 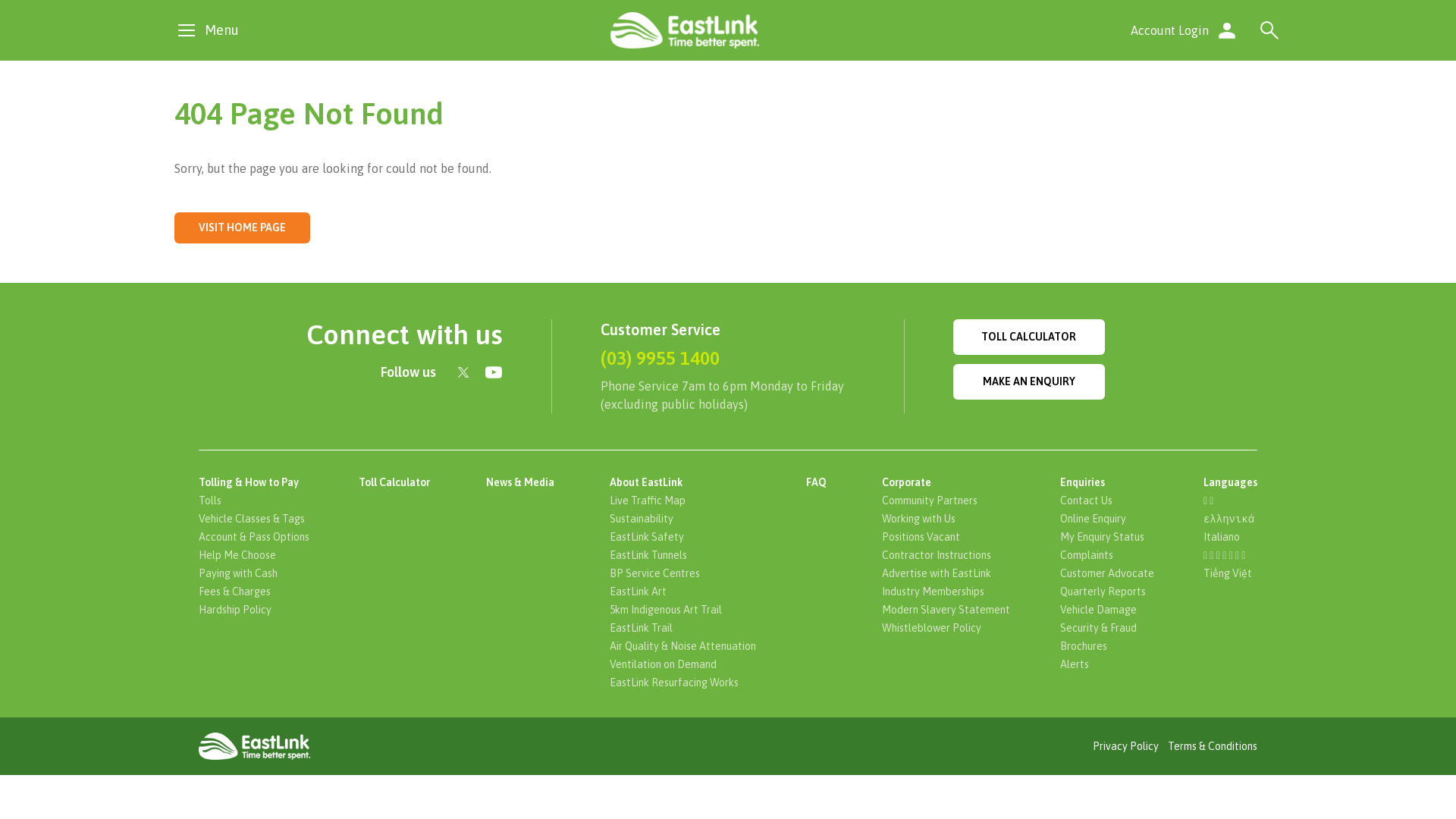 I want to click on 'Air Quality & Noise Attenuation', so click(x=688, y=646).